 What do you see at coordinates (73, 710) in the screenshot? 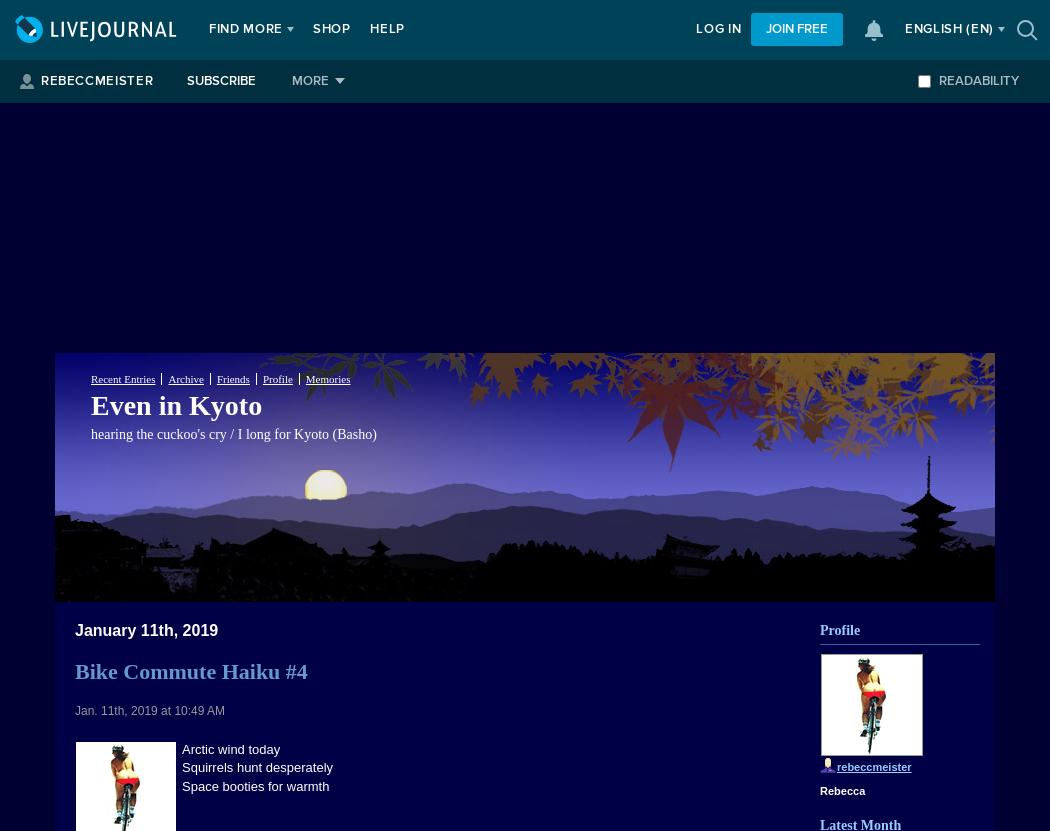
I see `'Jan. 11th, 2019 at 10:49 AM'` at bounding box center [73, 710].